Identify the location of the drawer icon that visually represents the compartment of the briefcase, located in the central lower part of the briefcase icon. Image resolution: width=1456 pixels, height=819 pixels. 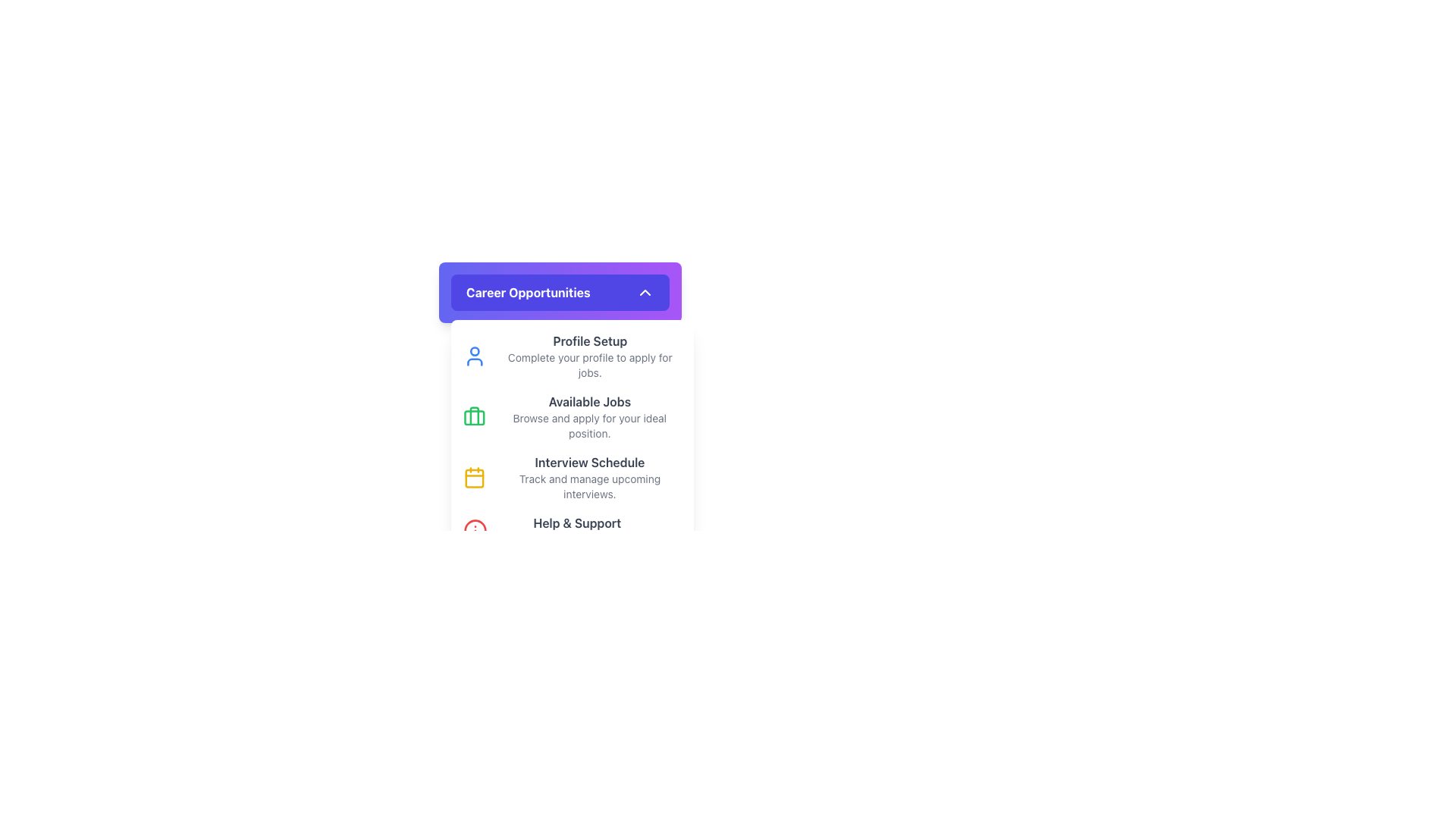
(473, 418).